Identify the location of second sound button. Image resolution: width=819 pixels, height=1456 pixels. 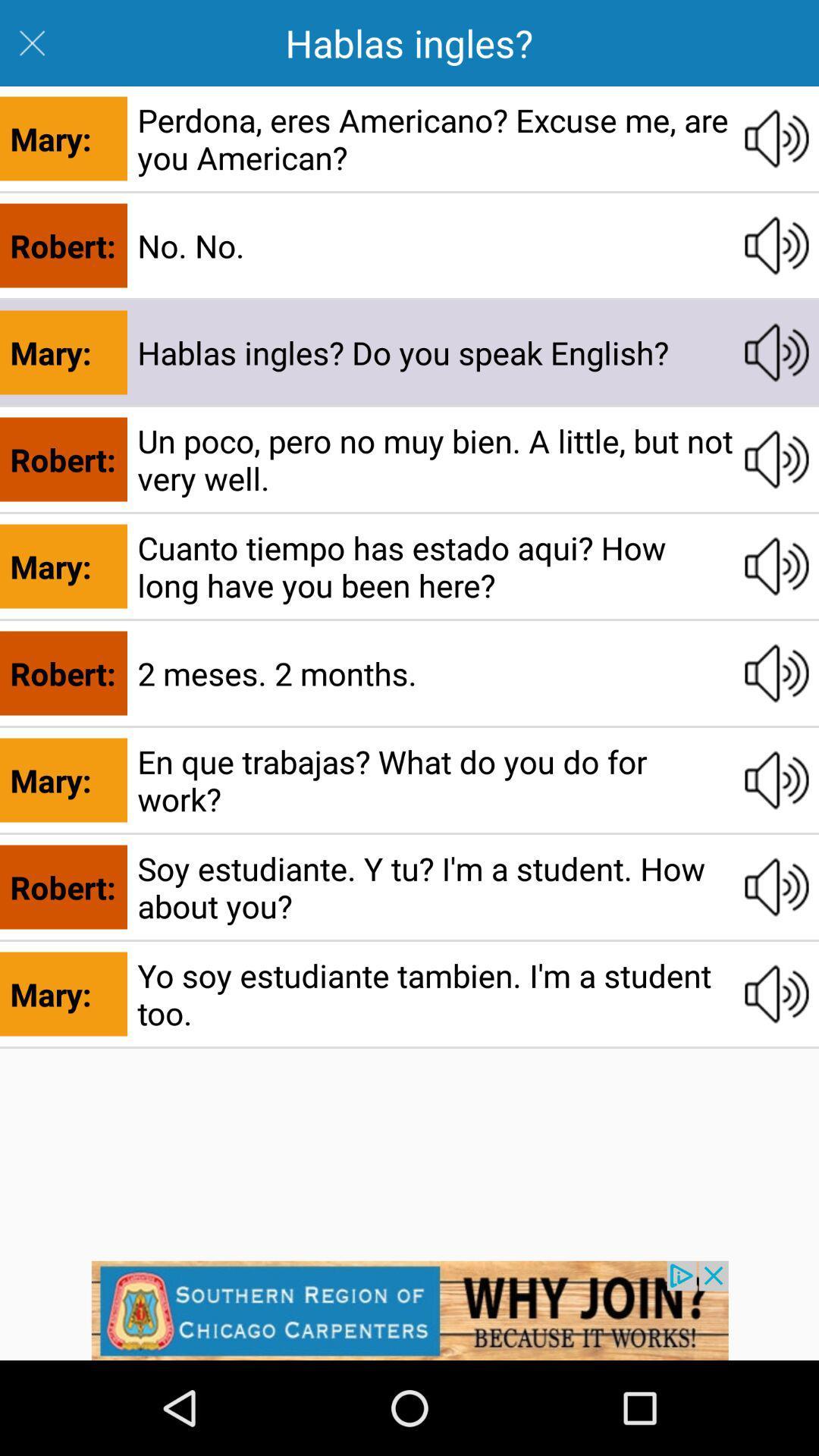
(777, 246).